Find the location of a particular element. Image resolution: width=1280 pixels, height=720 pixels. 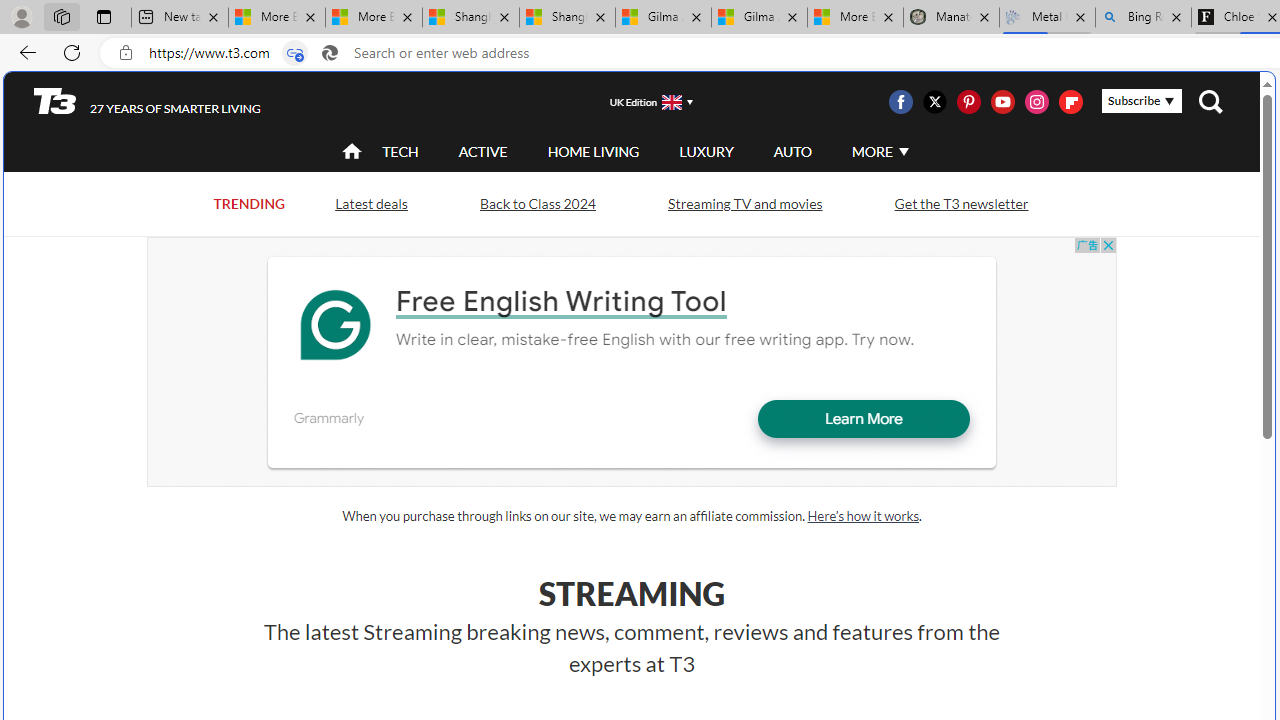

'TECH' is located at coordinates (400, 150).